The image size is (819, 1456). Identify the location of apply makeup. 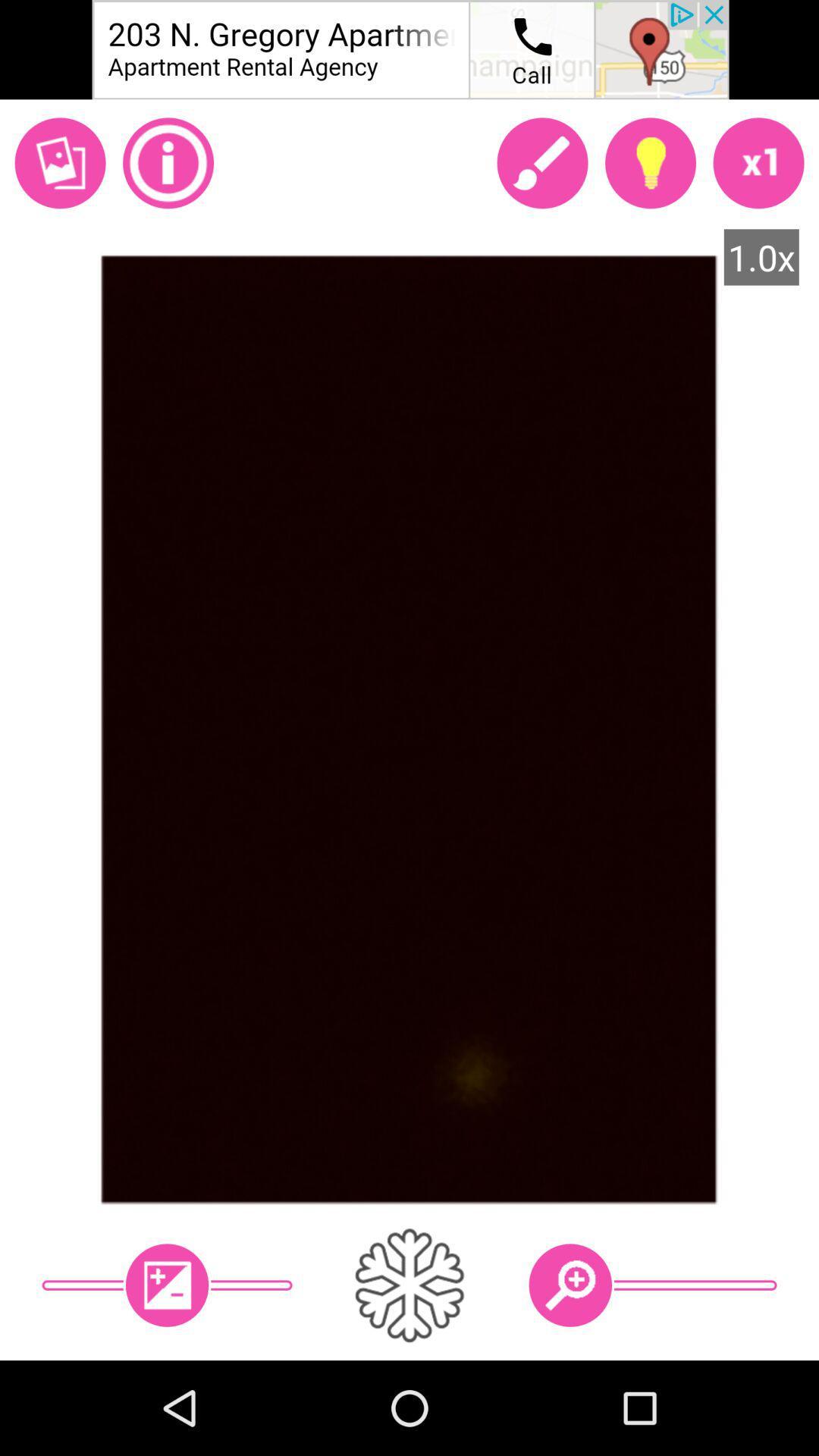
(541, 163).